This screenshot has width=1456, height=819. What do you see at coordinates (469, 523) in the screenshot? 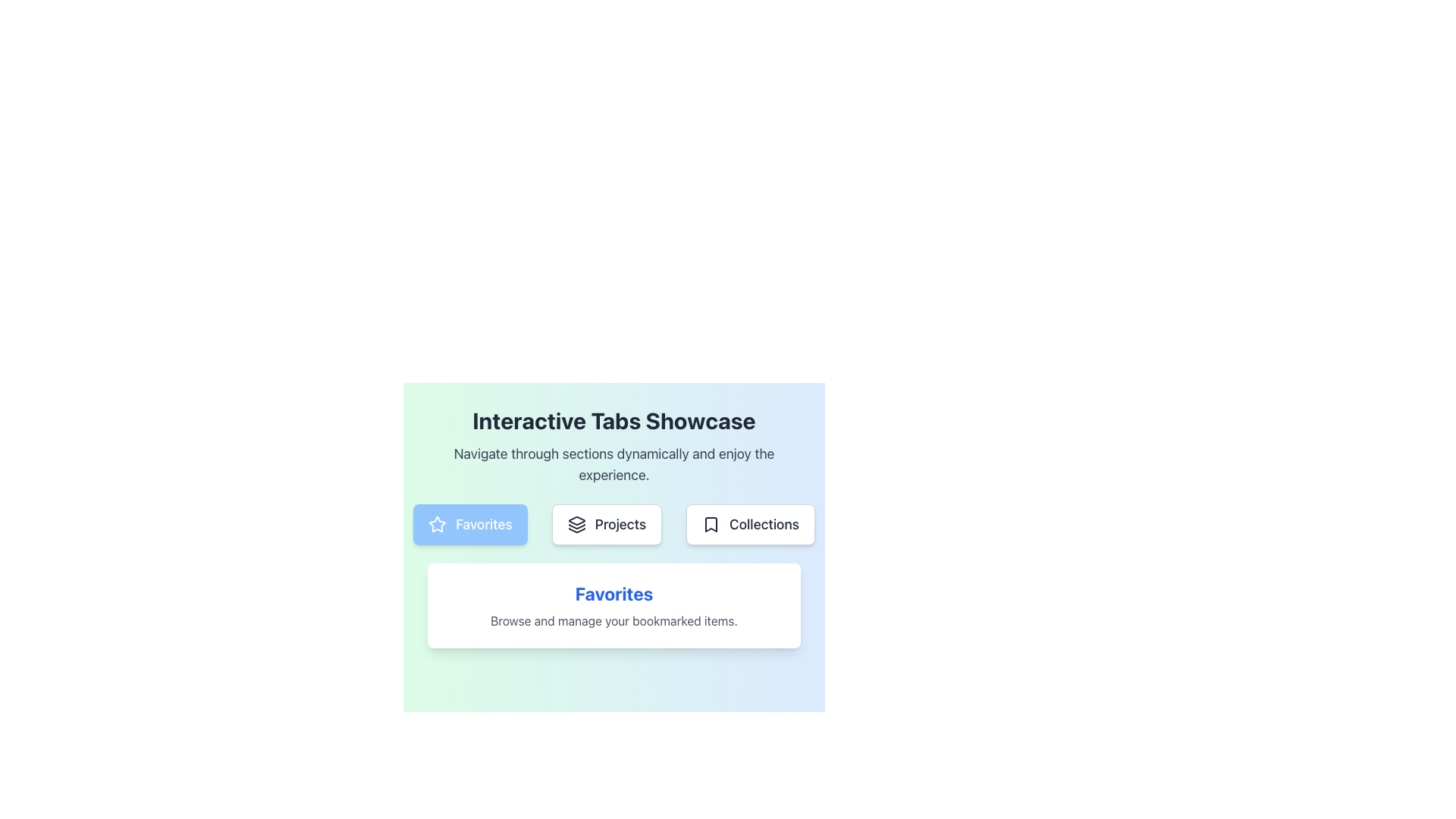
I see `the 'Favorites' button located in the horizontal tab selector, positioned on the far left, to enable accessibility interaction` at bounding box center [469, 523].